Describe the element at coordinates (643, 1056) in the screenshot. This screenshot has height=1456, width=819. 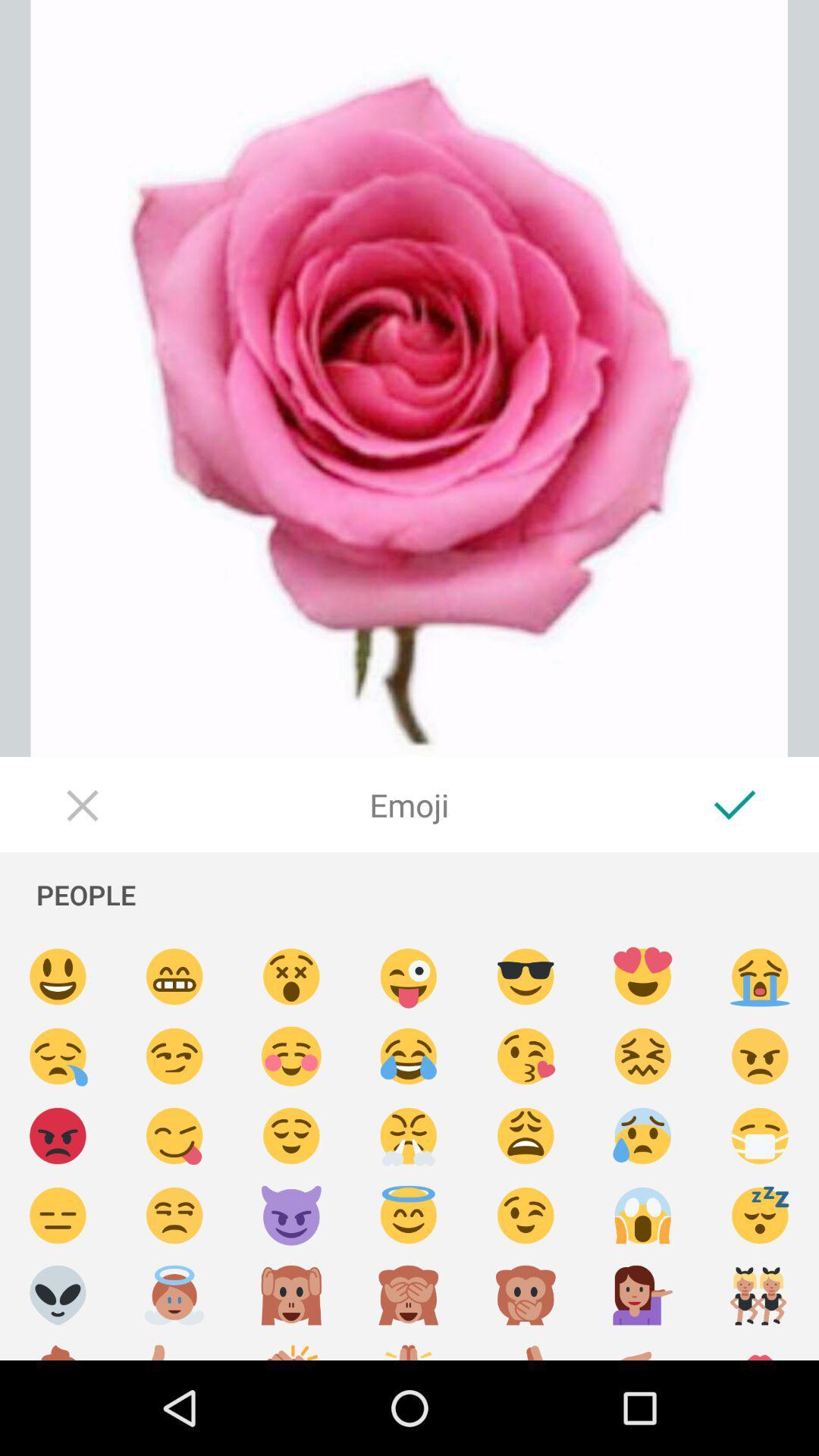
I see `emoji select option` at that location.